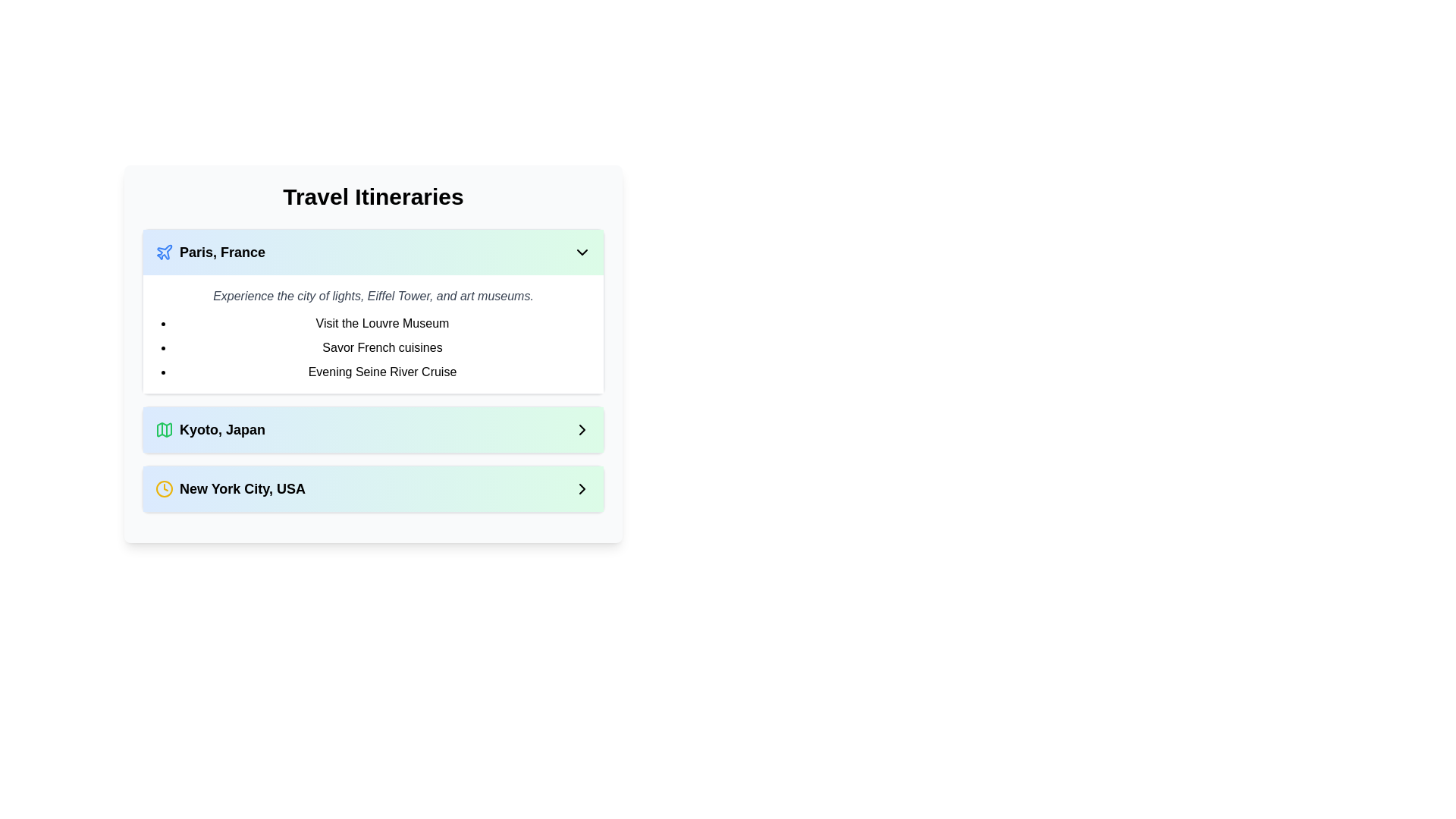 This screenshot has width=1456, height=819. Describe the element at coordinates (165, 251) in the screenshot. I see `the airplane icon representing the travel method for the 'Paris, France' itinerary option, which is the first icon in the list of travel itinerary items` at that location.